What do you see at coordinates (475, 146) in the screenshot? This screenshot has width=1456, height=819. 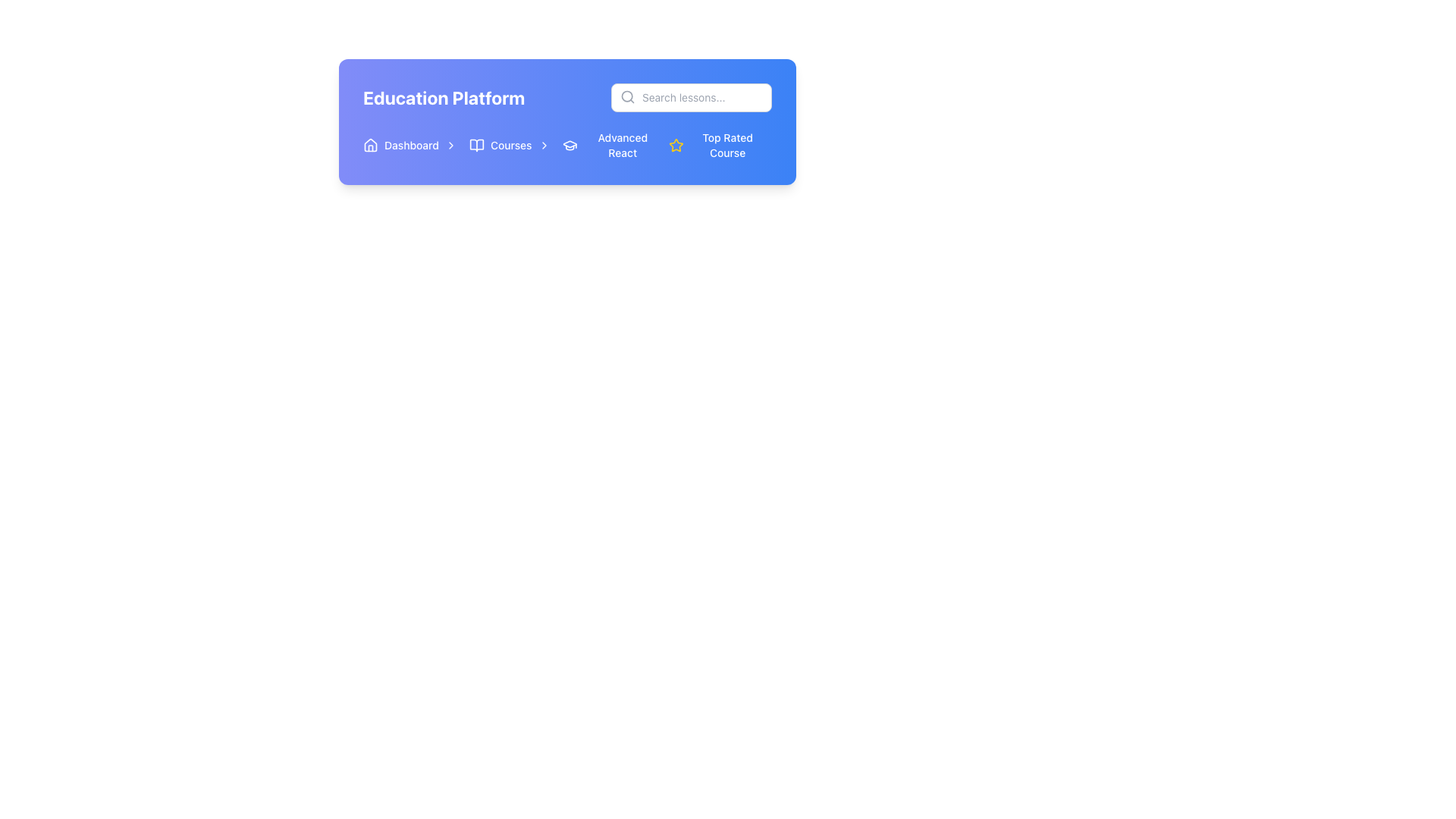 I see `the open book icon located to the left of the 'Courses' label in the breadcrumb navigation bar` at bounding box center [475, 146].